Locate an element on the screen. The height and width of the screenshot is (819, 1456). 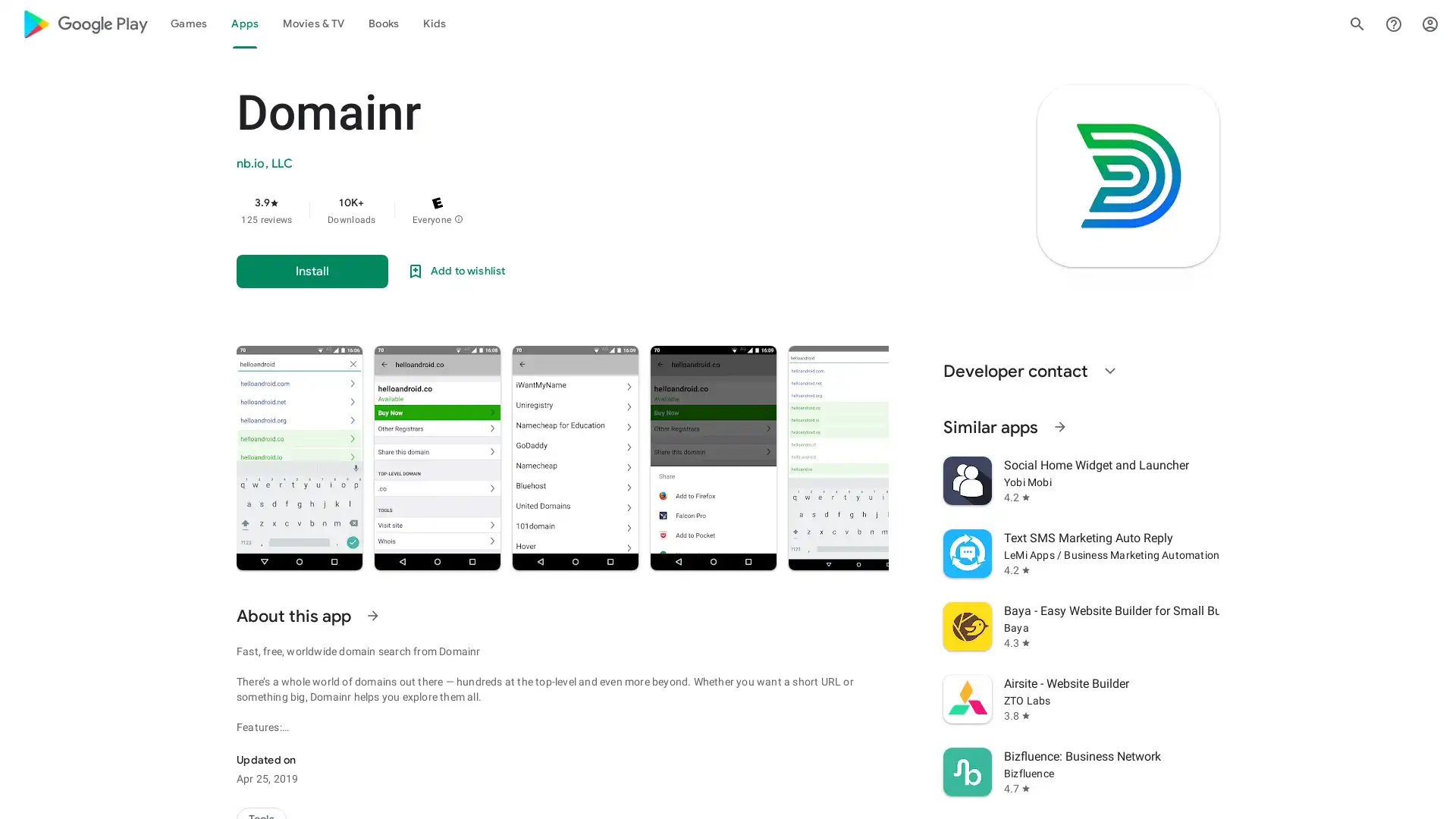
Screenshot image is located at coordinates (1011, 457).